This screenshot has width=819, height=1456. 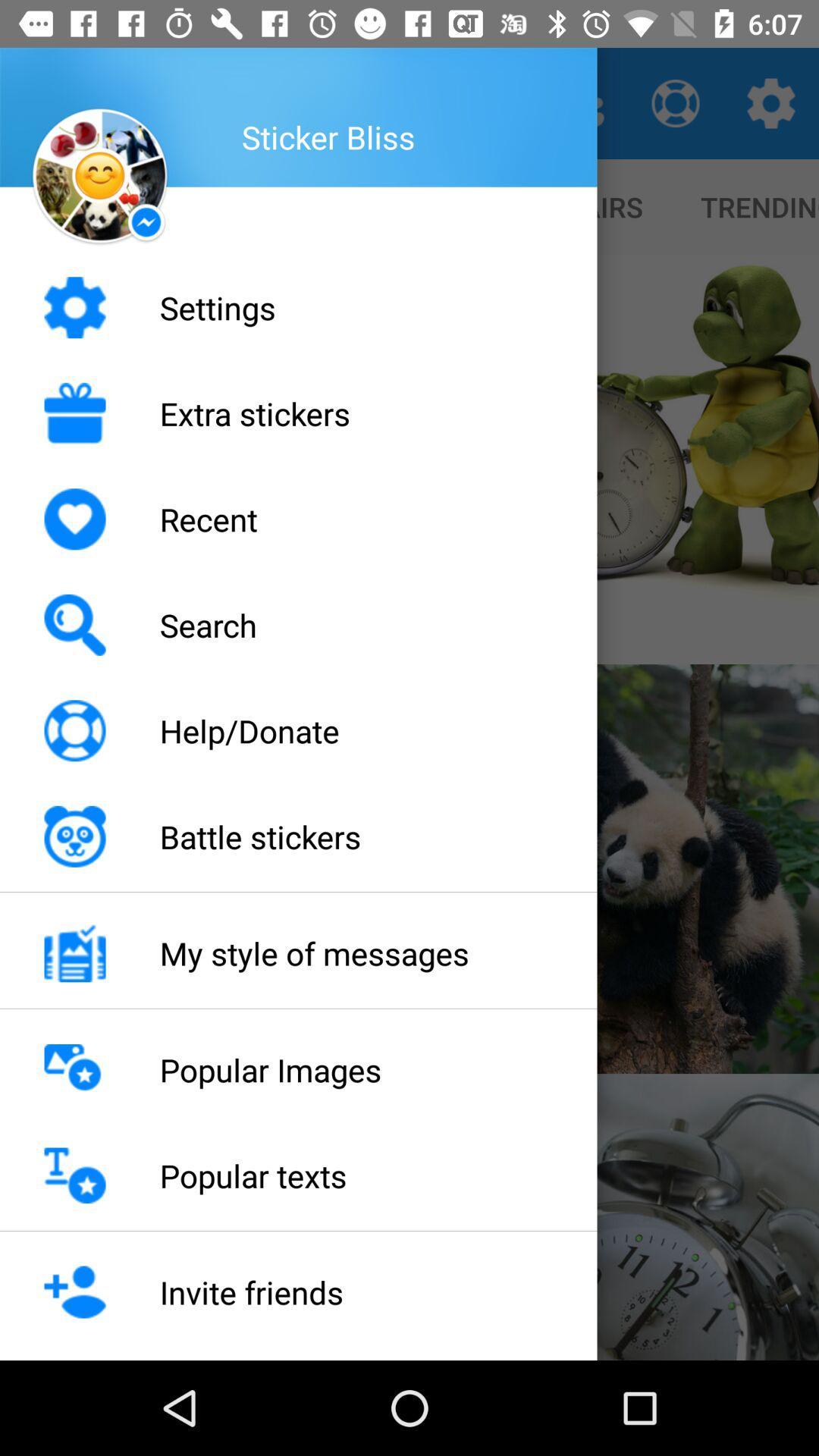 I want to click on the image which is to the left side of the sticker bliss, so click(x=99, y=177).